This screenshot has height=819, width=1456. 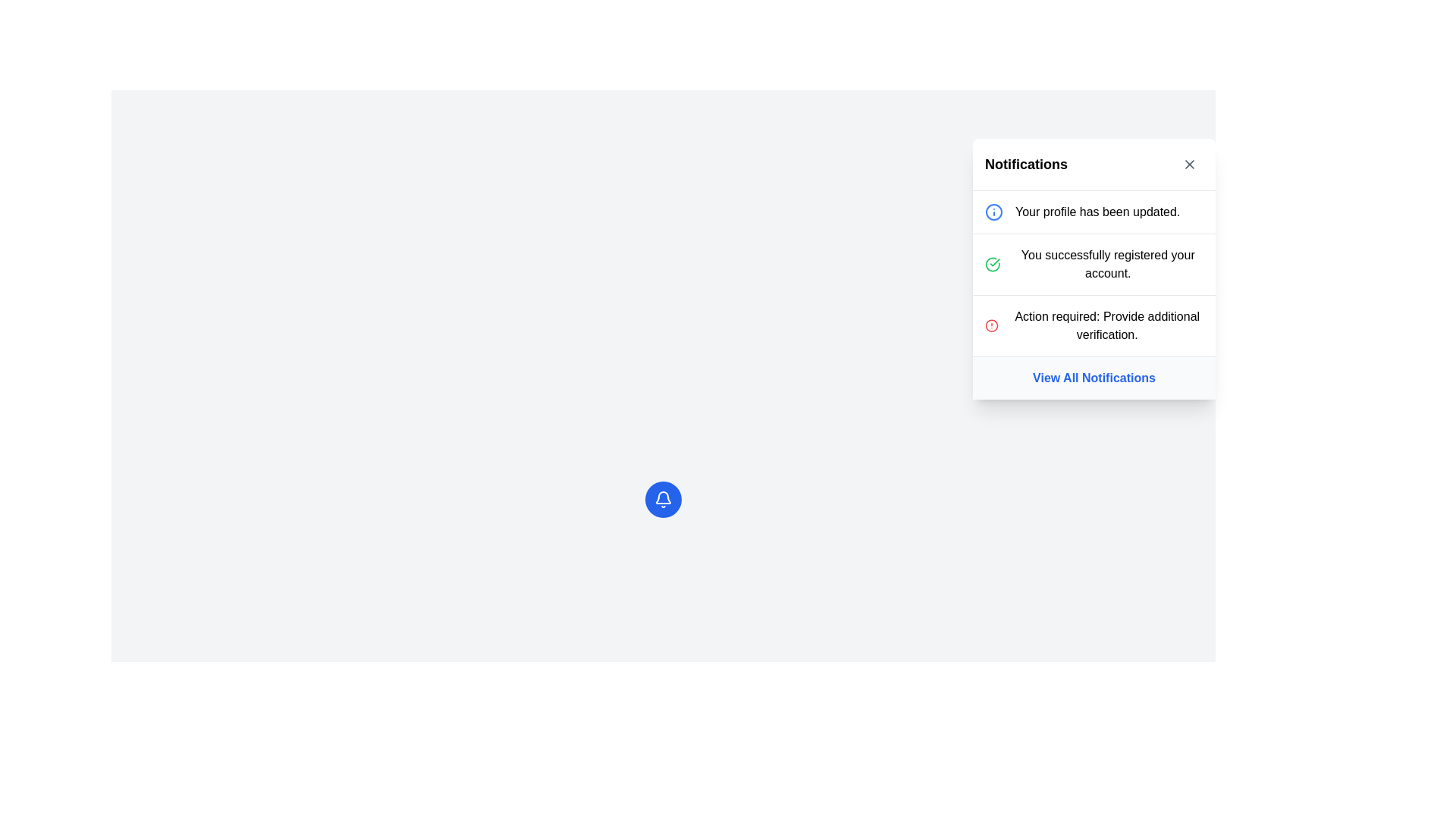 I want to click on the circular close button with a light gray background and a gray 'X' icon located in the top-right corner of the notification panel, so click(x=1189, y=164).